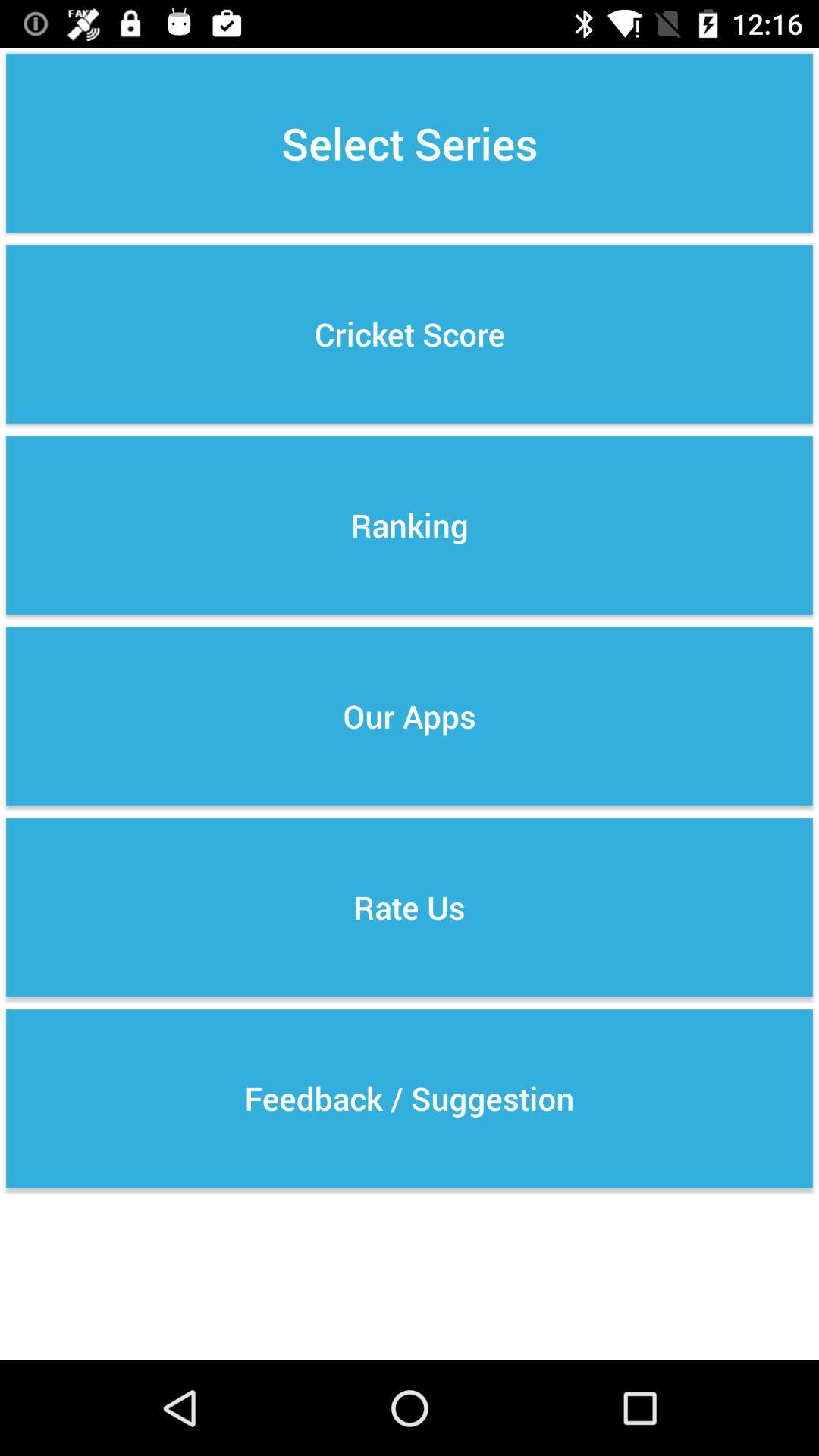 This screenshot has height=1456, width=819. I want to click on feedback / suggestion icon, so click(409, 1099).